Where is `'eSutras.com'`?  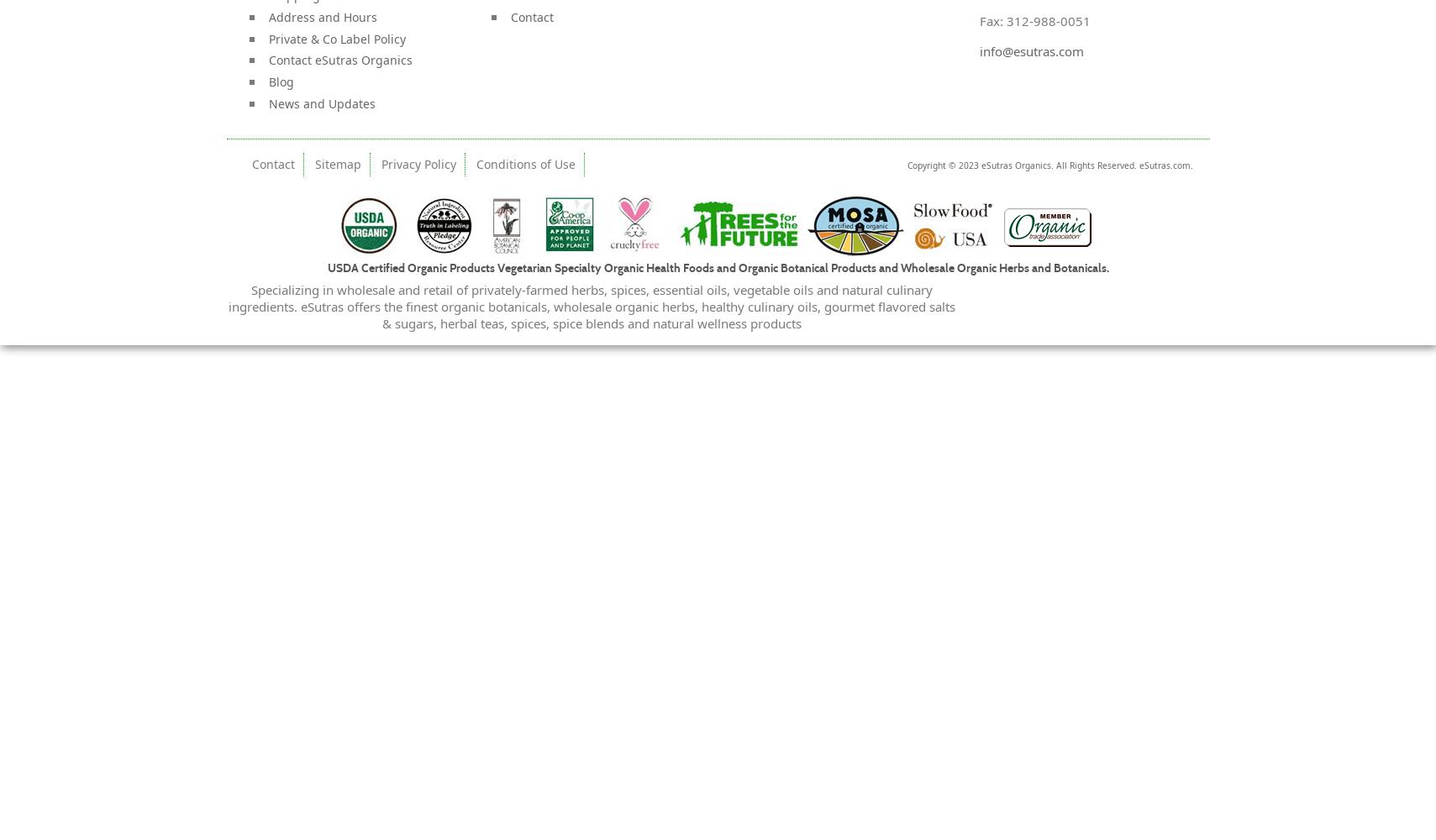
'eSutras.com' is located at coordinates (1164, 164).